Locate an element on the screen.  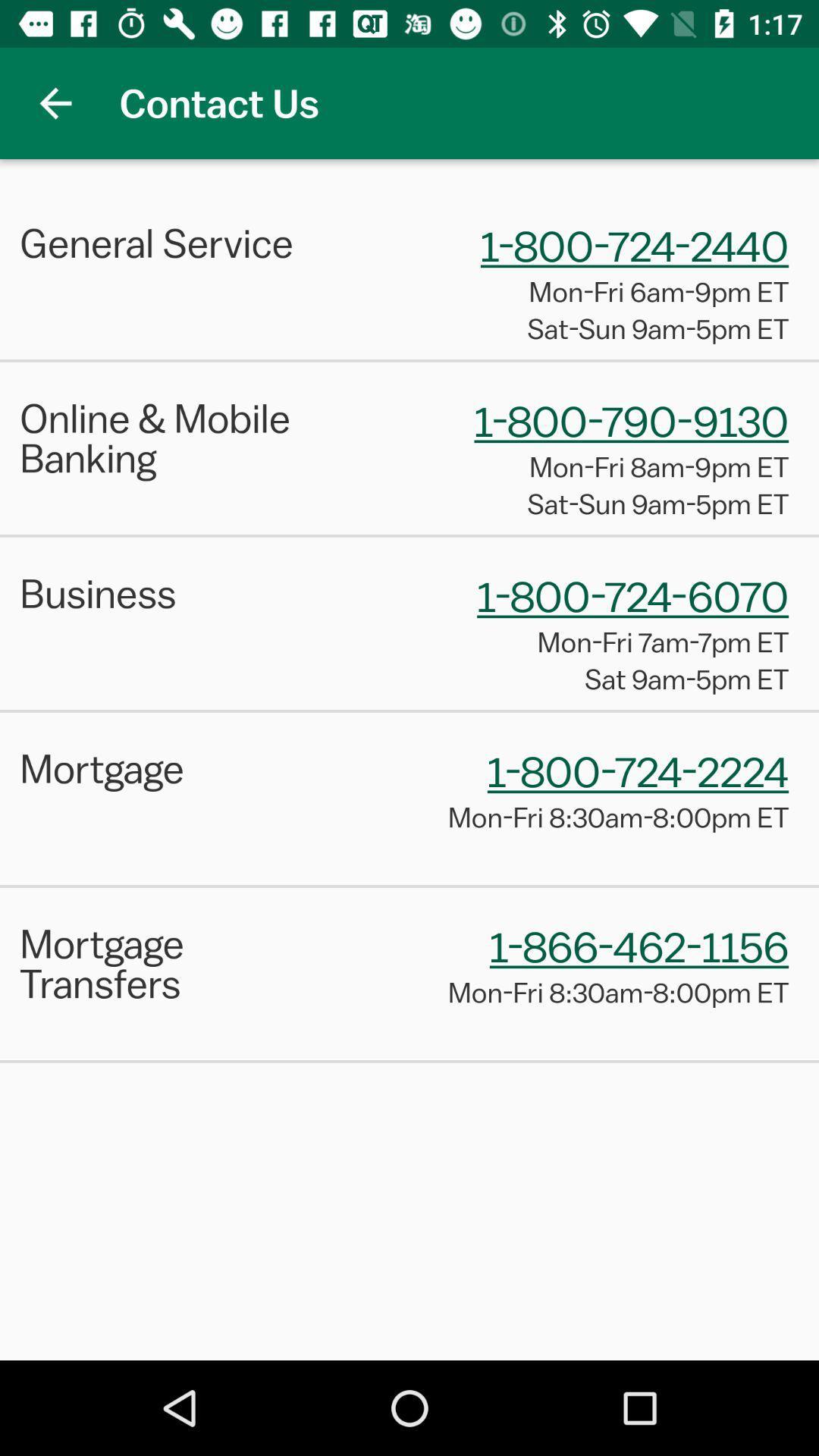
the 1 866 462 is located at coordinates (639, 945).